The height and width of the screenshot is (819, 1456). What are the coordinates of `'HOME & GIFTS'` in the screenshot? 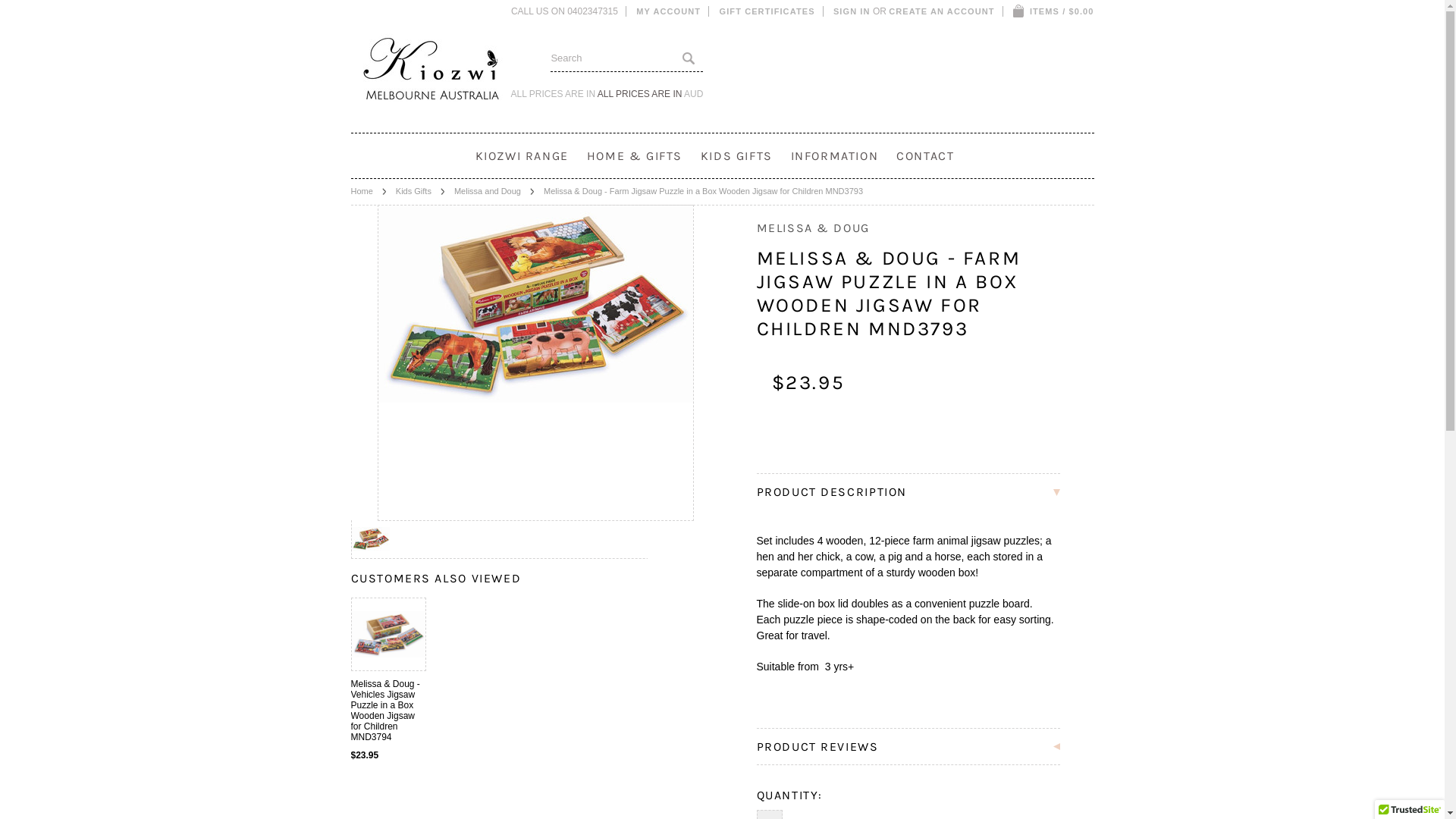 It's located at (634, 155).